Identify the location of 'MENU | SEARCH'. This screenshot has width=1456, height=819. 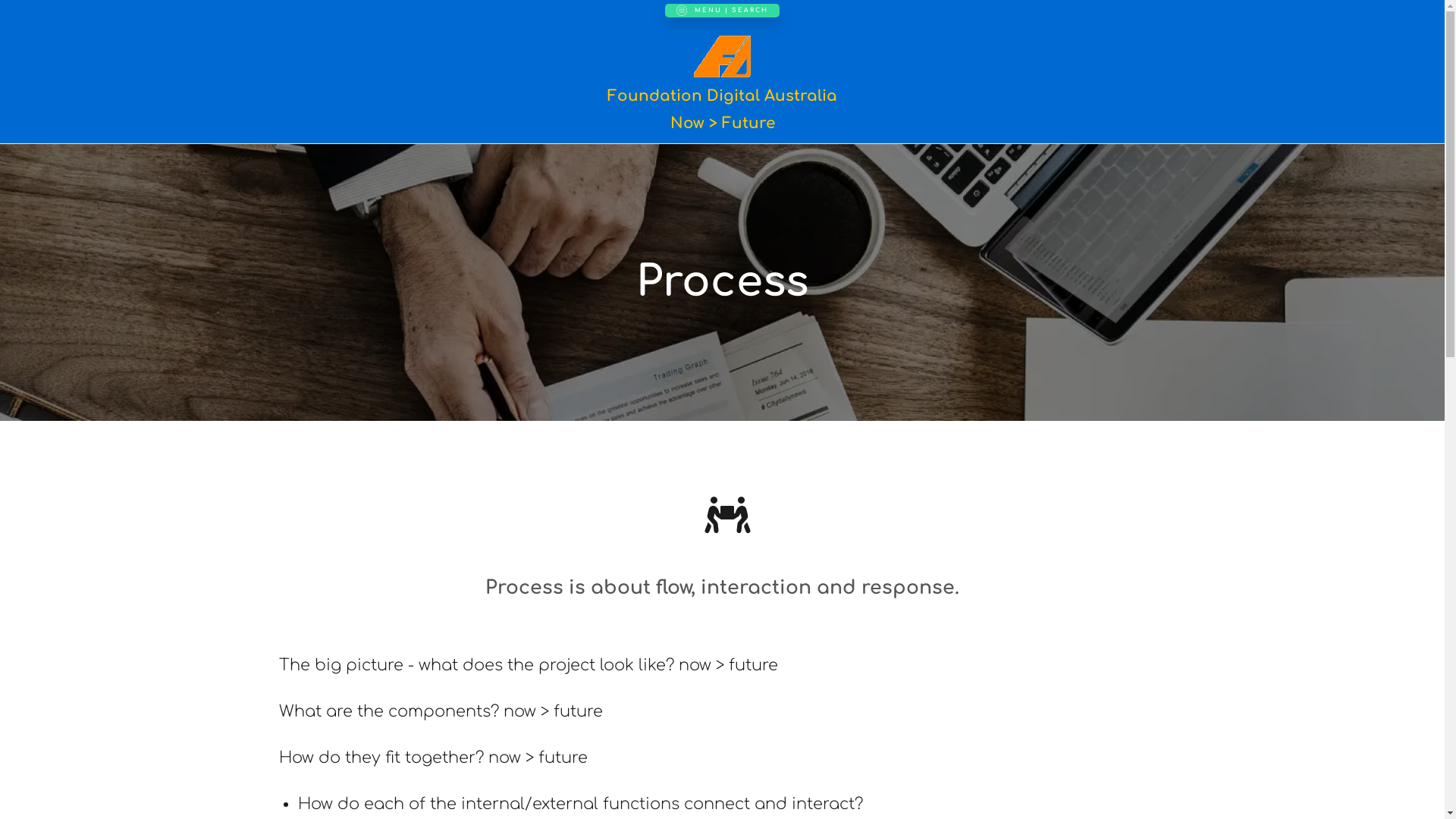
(721, 11).